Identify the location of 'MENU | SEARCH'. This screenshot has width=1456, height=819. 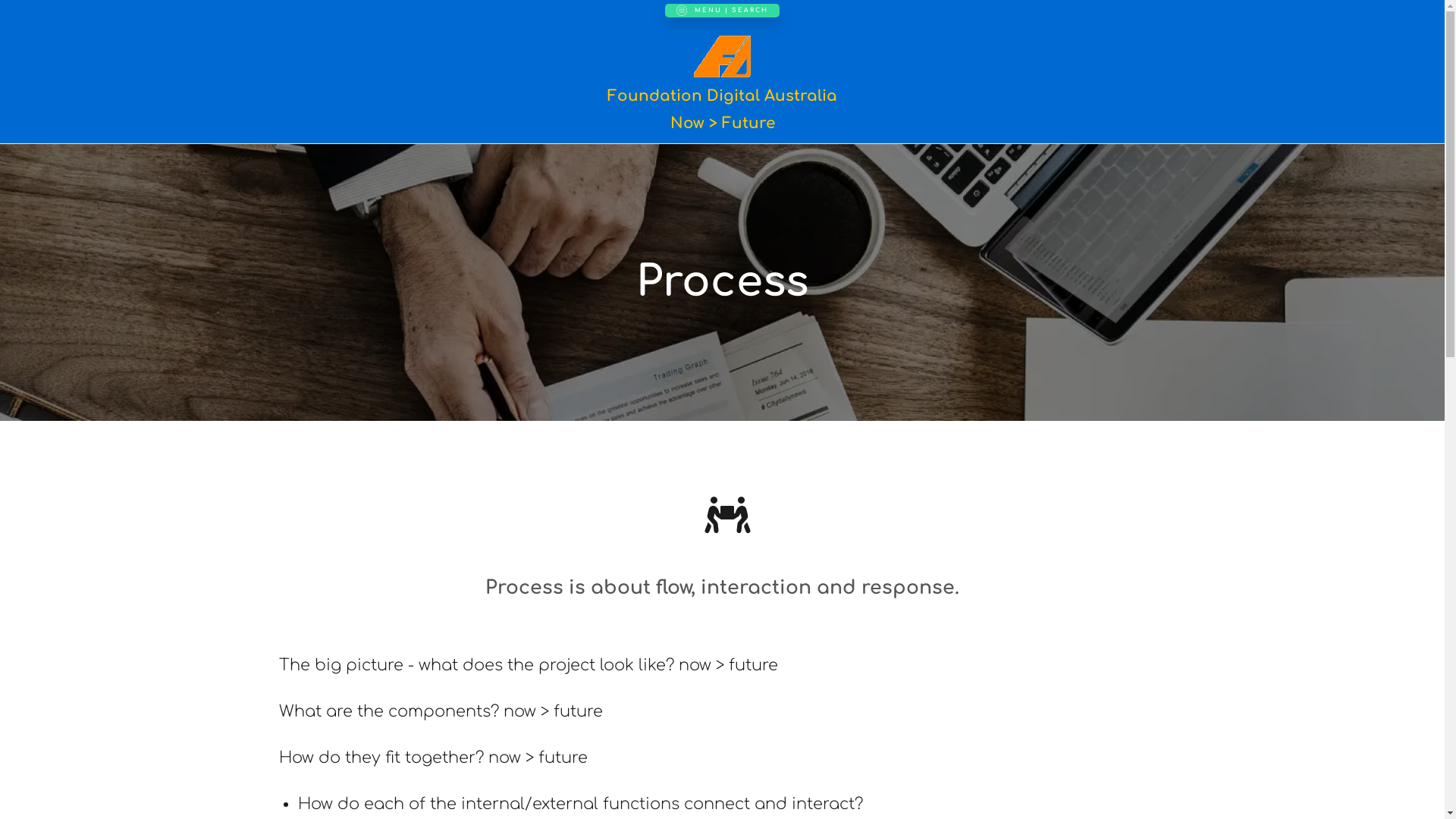
(721, 11).